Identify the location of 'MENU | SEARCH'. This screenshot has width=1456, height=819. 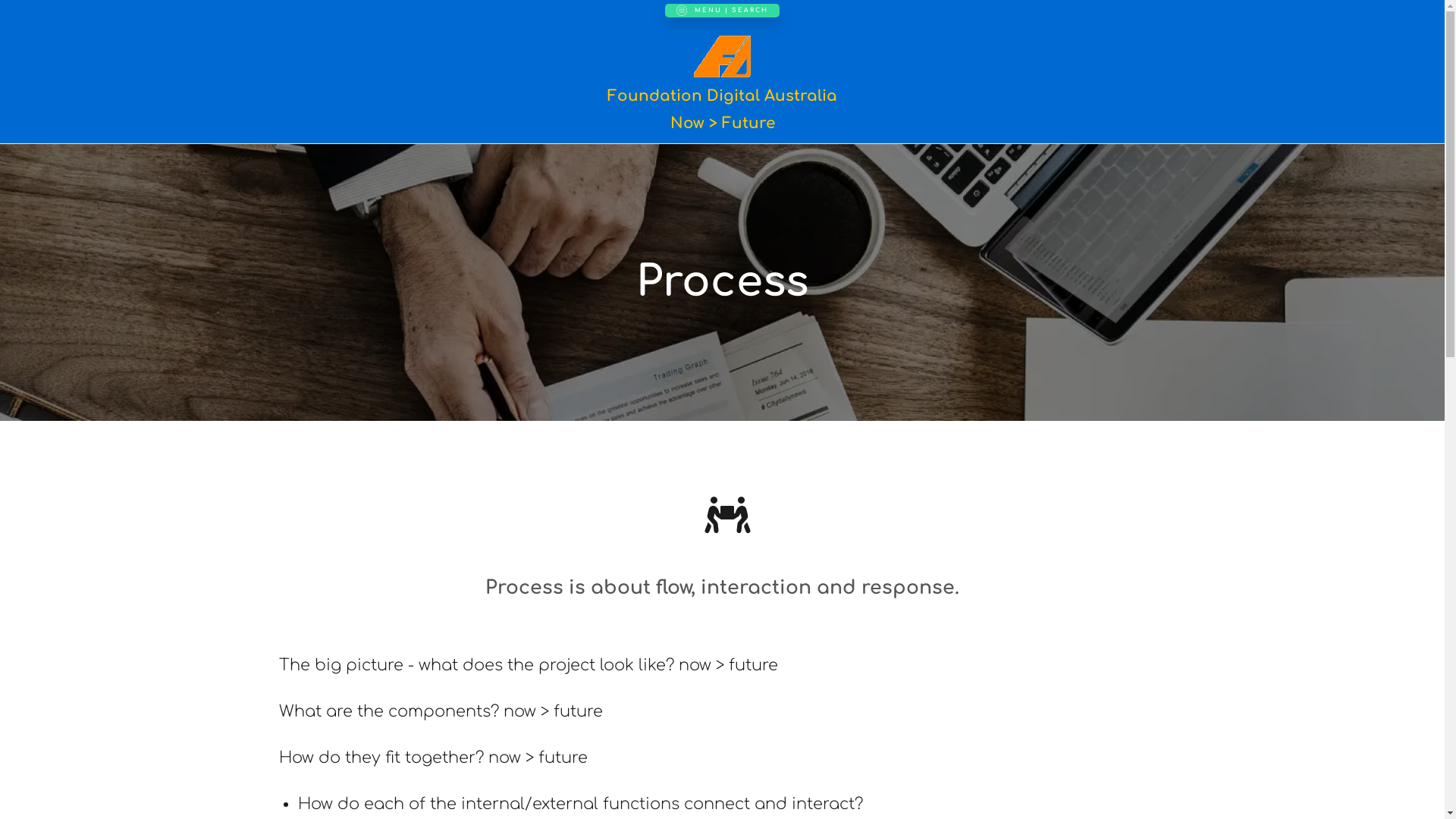
(721, 11).